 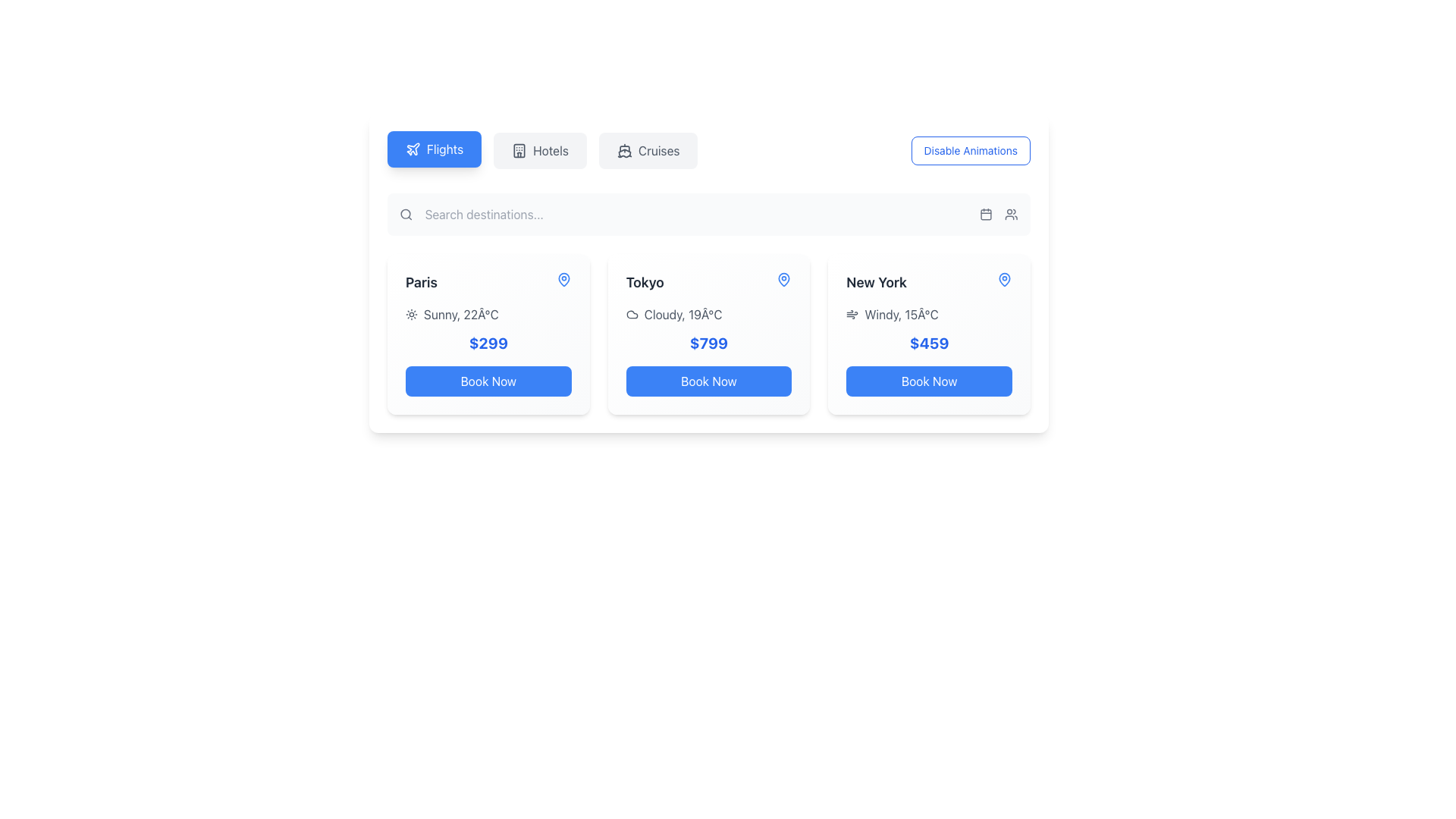 I want to click on the 'Flights' icon located to the far left within the 'Flights' button, enhancing its recognizability, so click(x=413, y=149).